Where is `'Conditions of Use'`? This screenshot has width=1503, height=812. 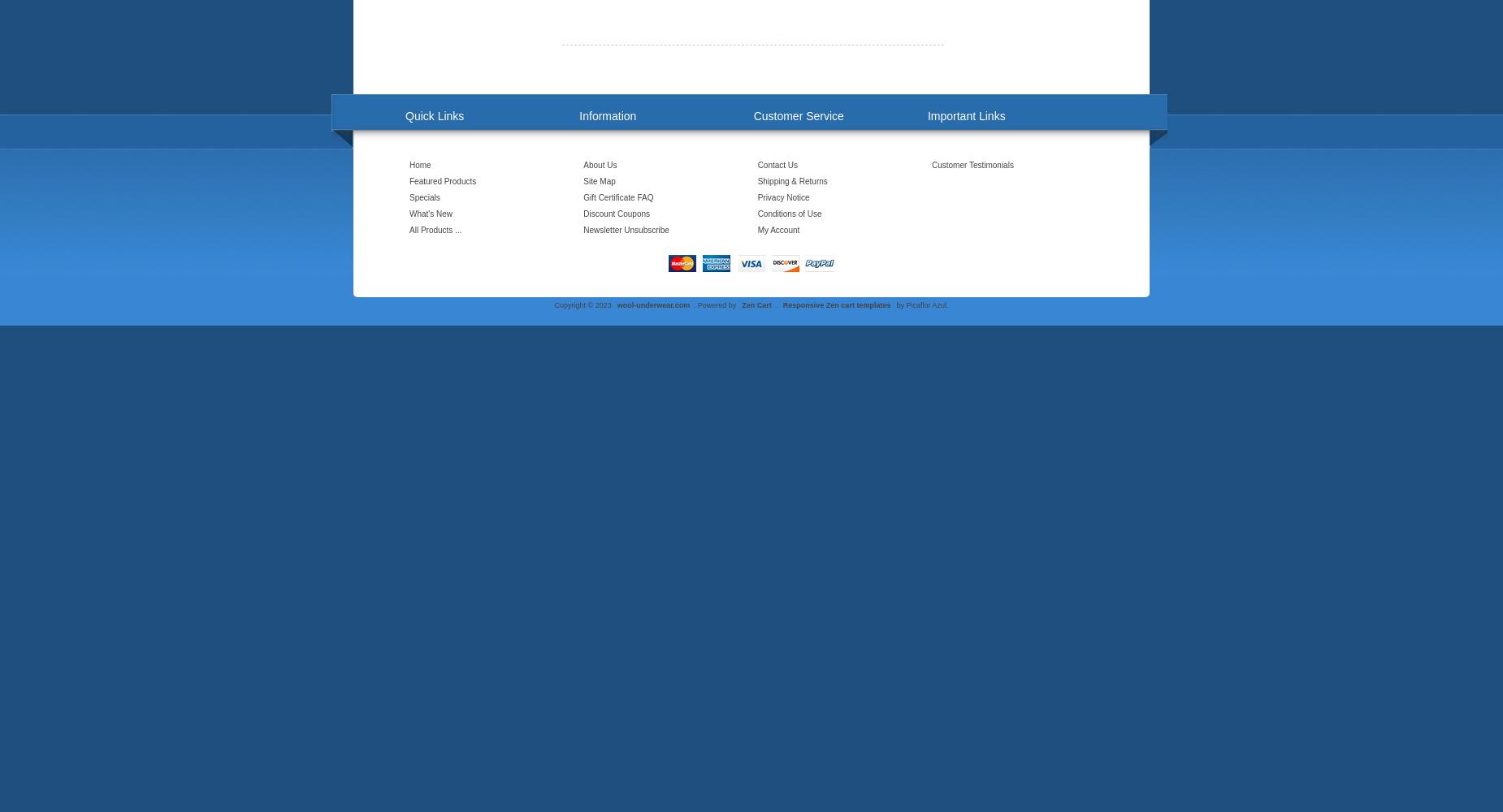
'Conditions of Use' is located at coordinates (788, 214).